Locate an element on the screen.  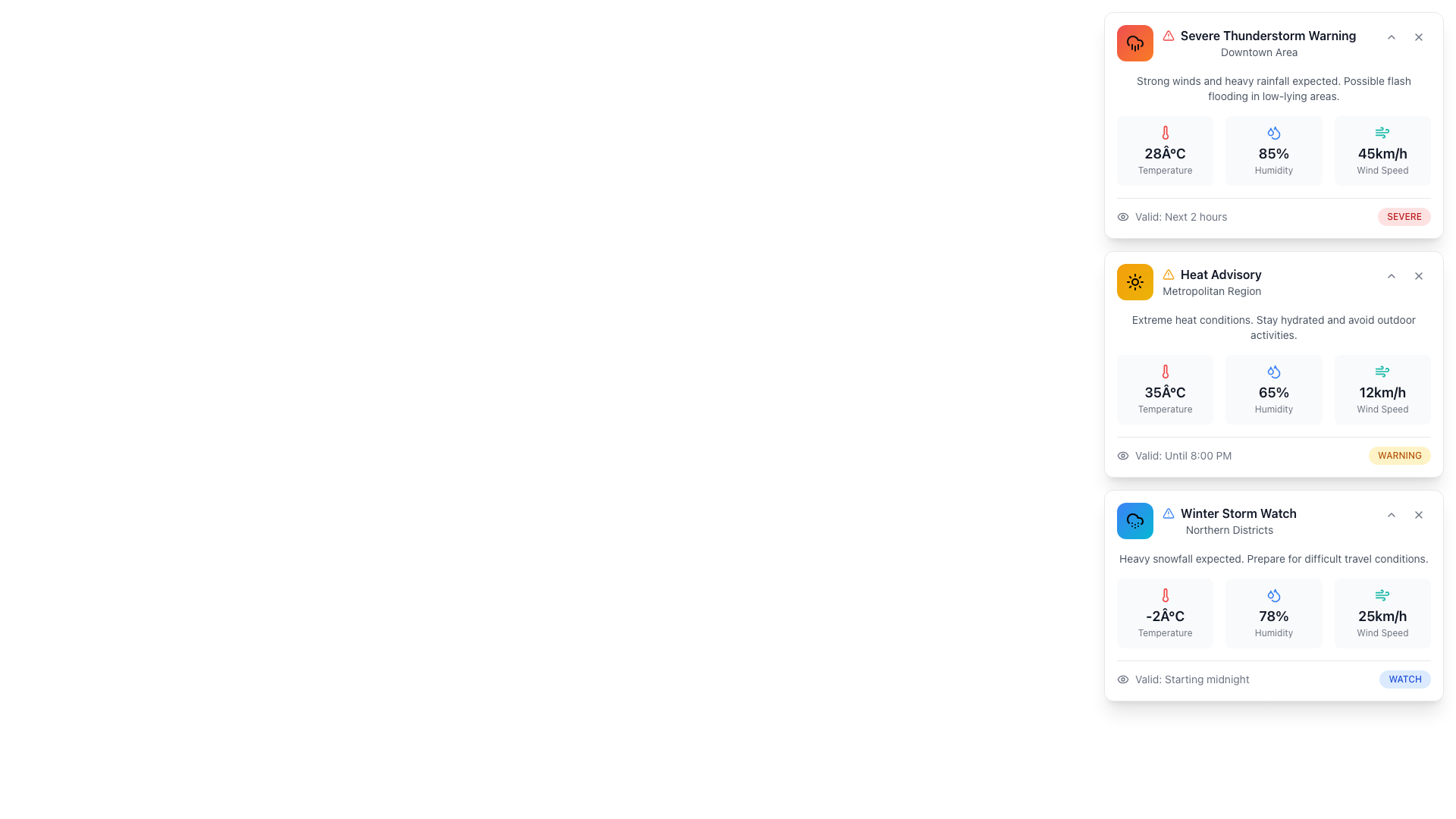
the Text label that conveys temporal information about the validity of the associated warning, located in the bottom section of the 'Severe Thunderstorm Warning' card, directly to the right of the eye icon is located at coordinates (1180, 216).